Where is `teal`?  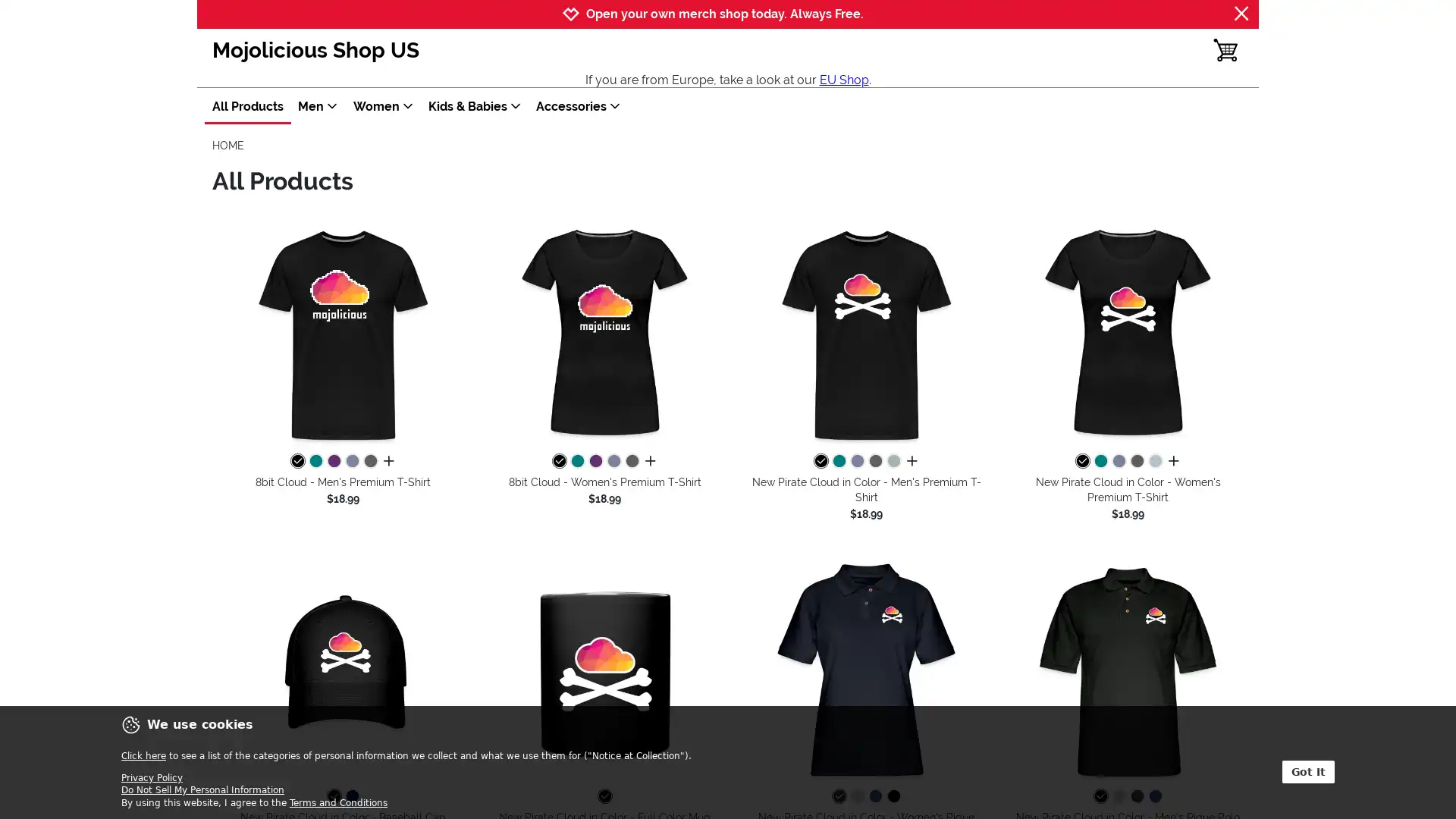
teal is located at coordinates (576, 461).